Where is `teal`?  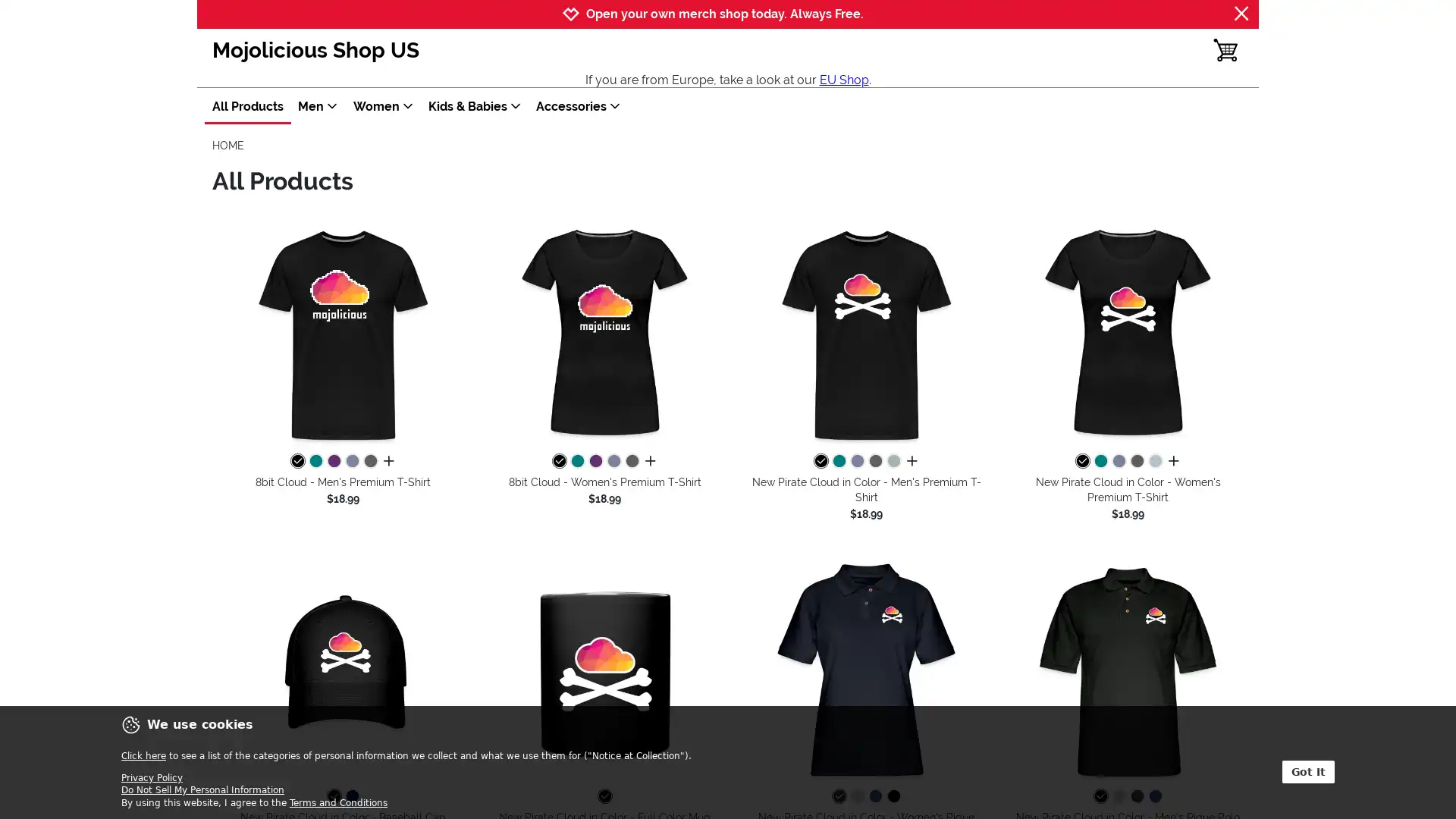
teal is located at coordinates (576, 461).